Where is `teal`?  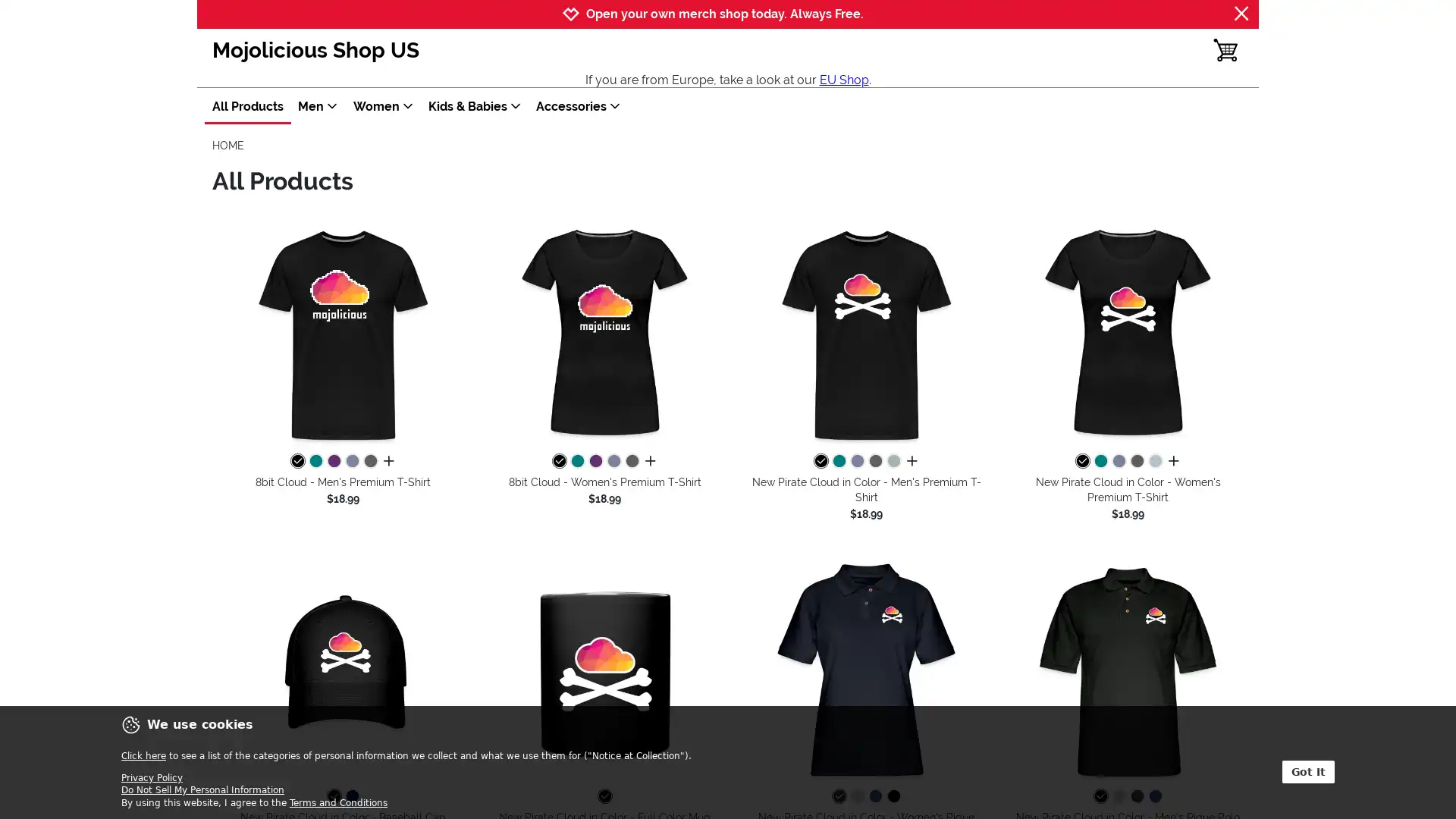
teal is located at coordinates (576, 461).